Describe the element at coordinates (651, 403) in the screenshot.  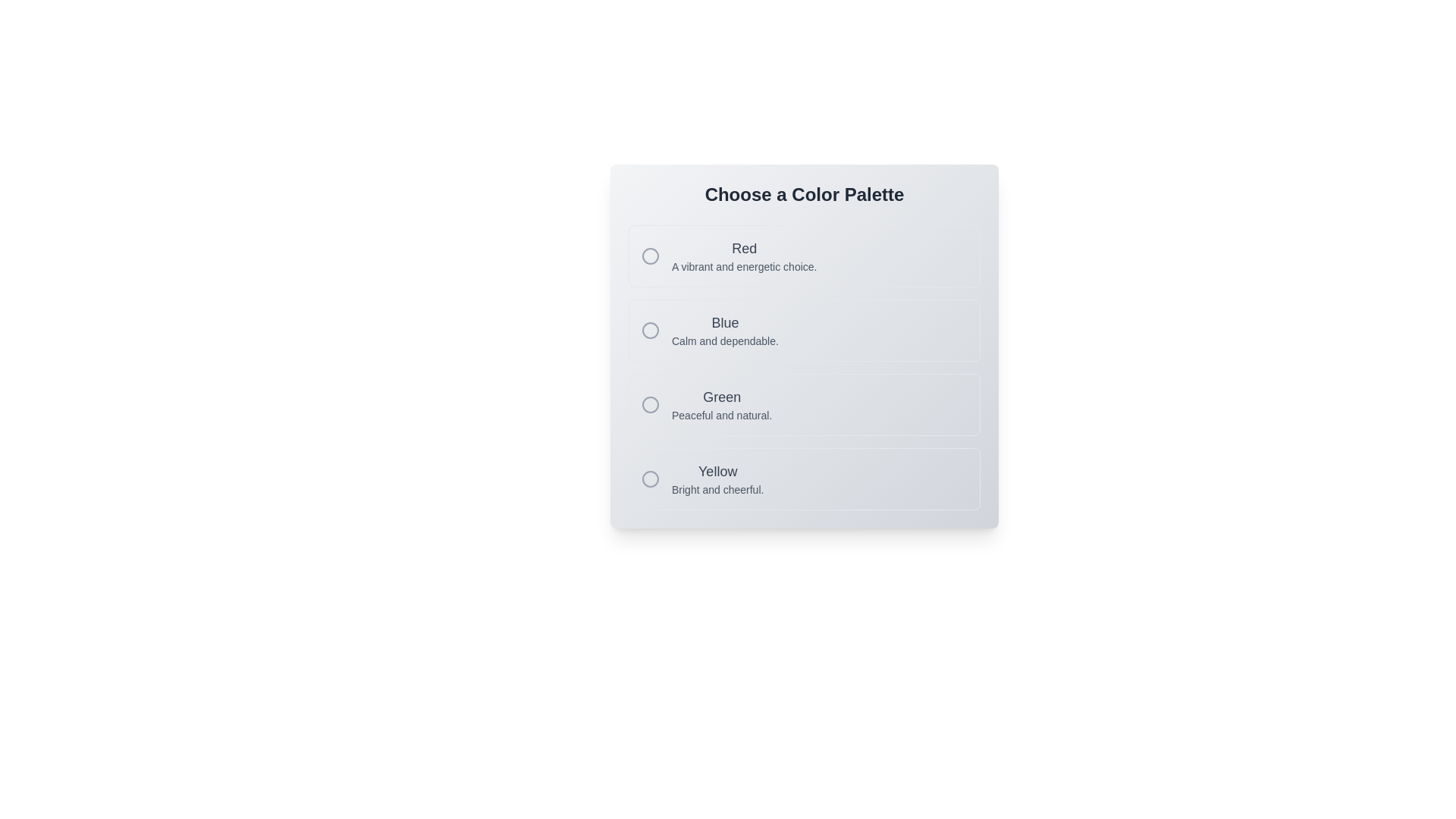
I see `the circular graphic representing the 'Green' option in the color palette selection interface, which is the third option in a vertical list` at that location.